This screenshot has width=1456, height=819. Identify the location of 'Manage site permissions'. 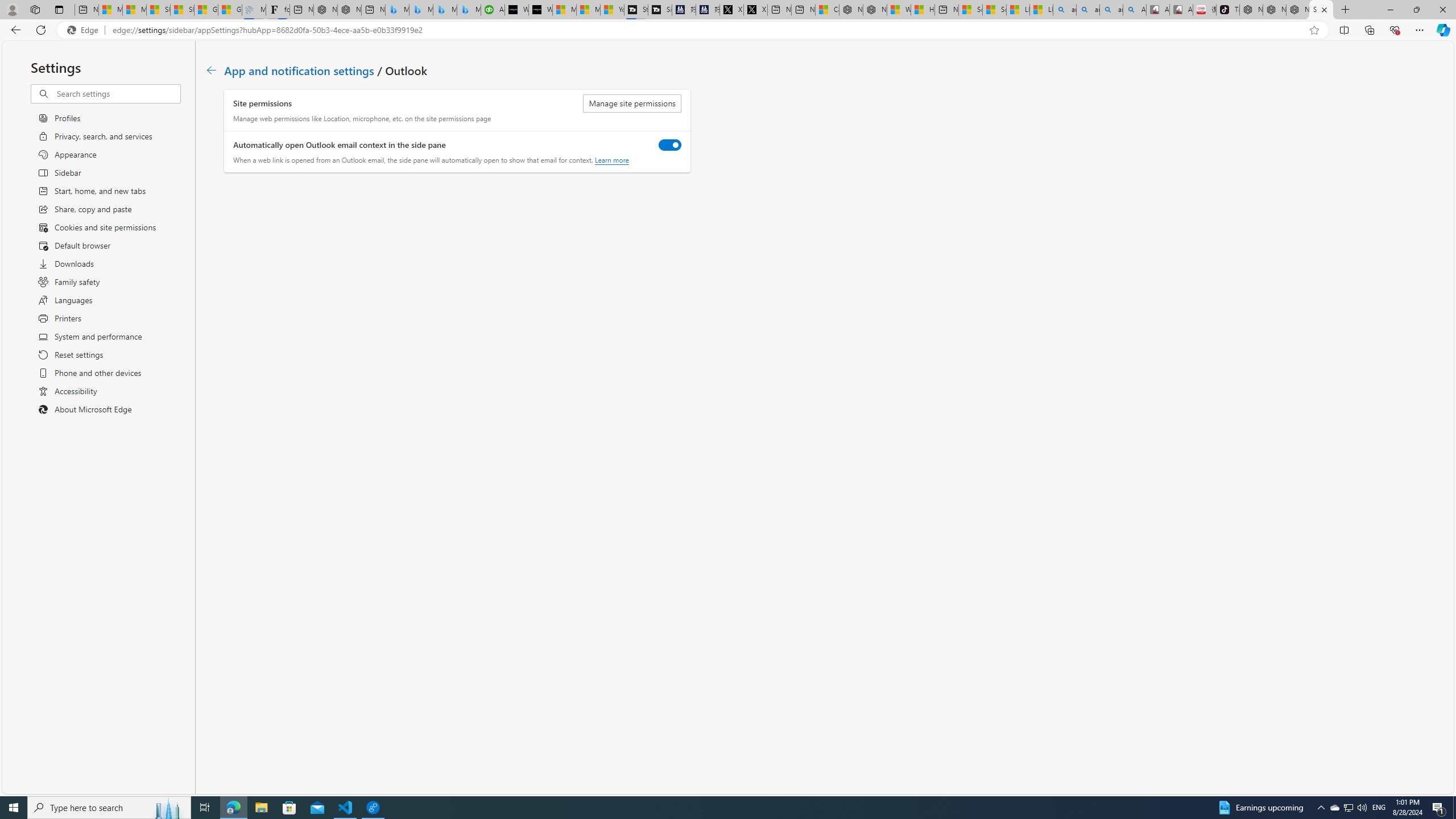
(631, 103).